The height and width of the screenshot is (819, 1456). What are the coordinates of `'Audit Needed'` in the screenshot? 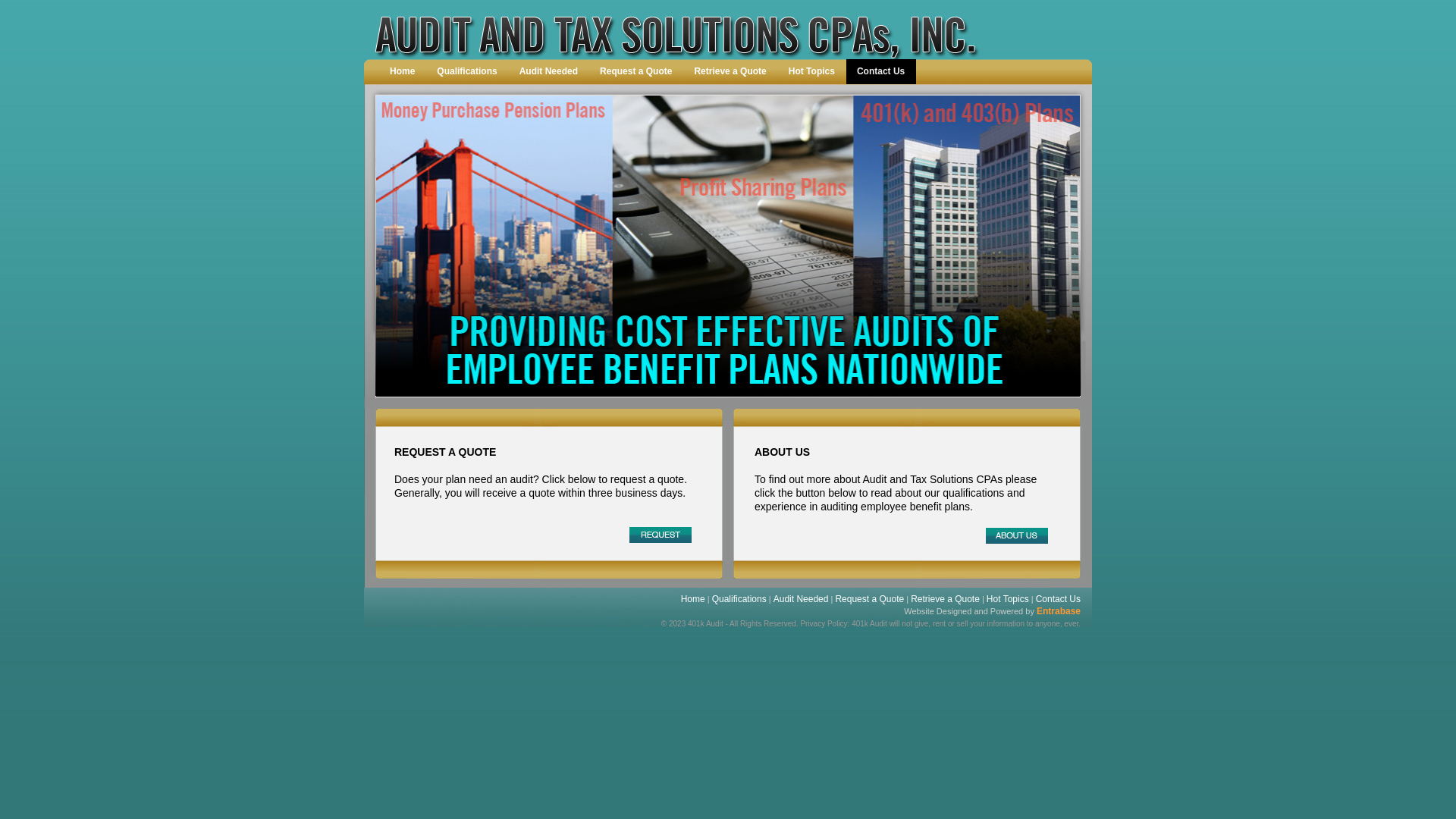 It's located at (800, 598).